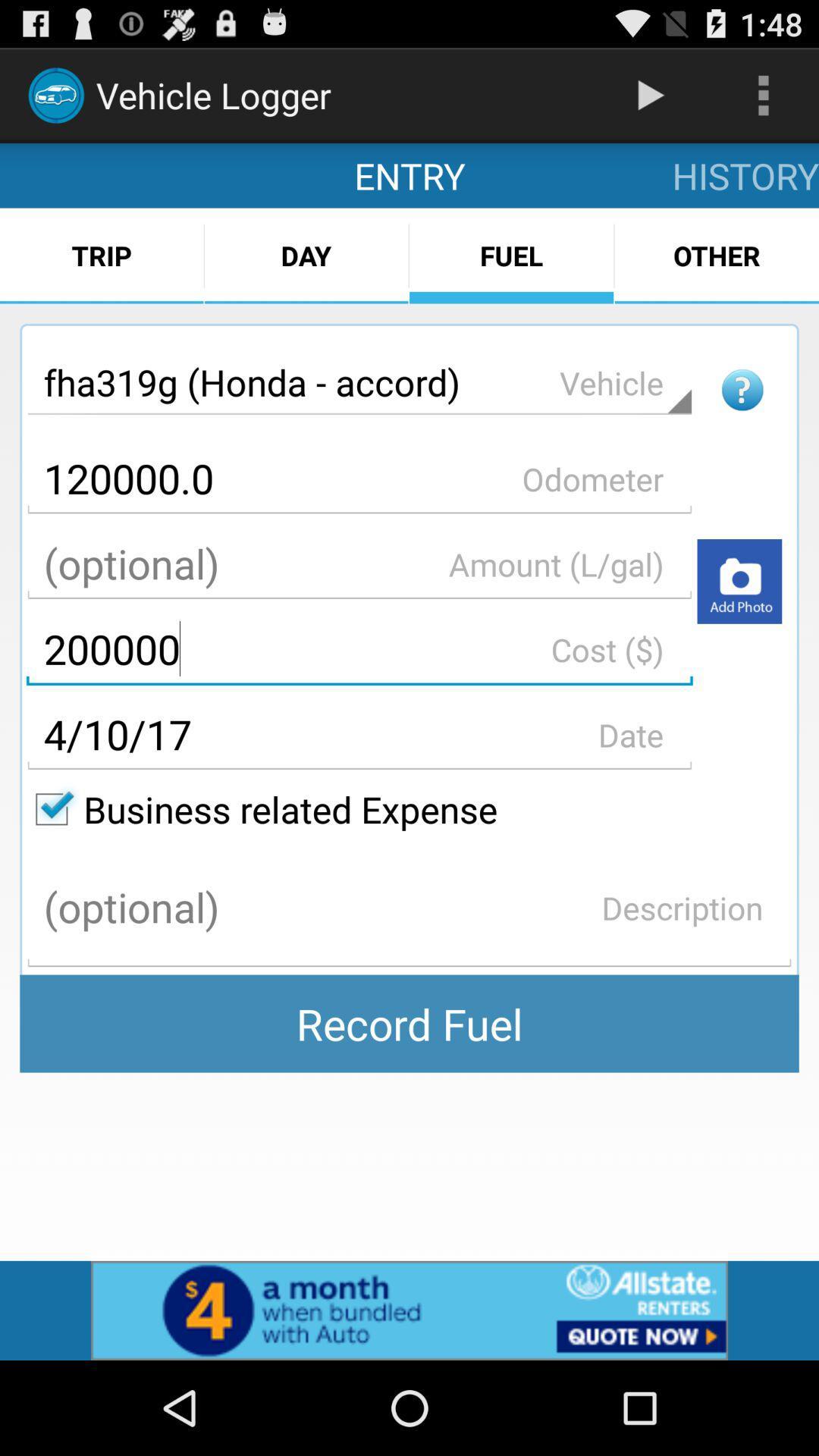  I want to click on amount, so click(359, 563).